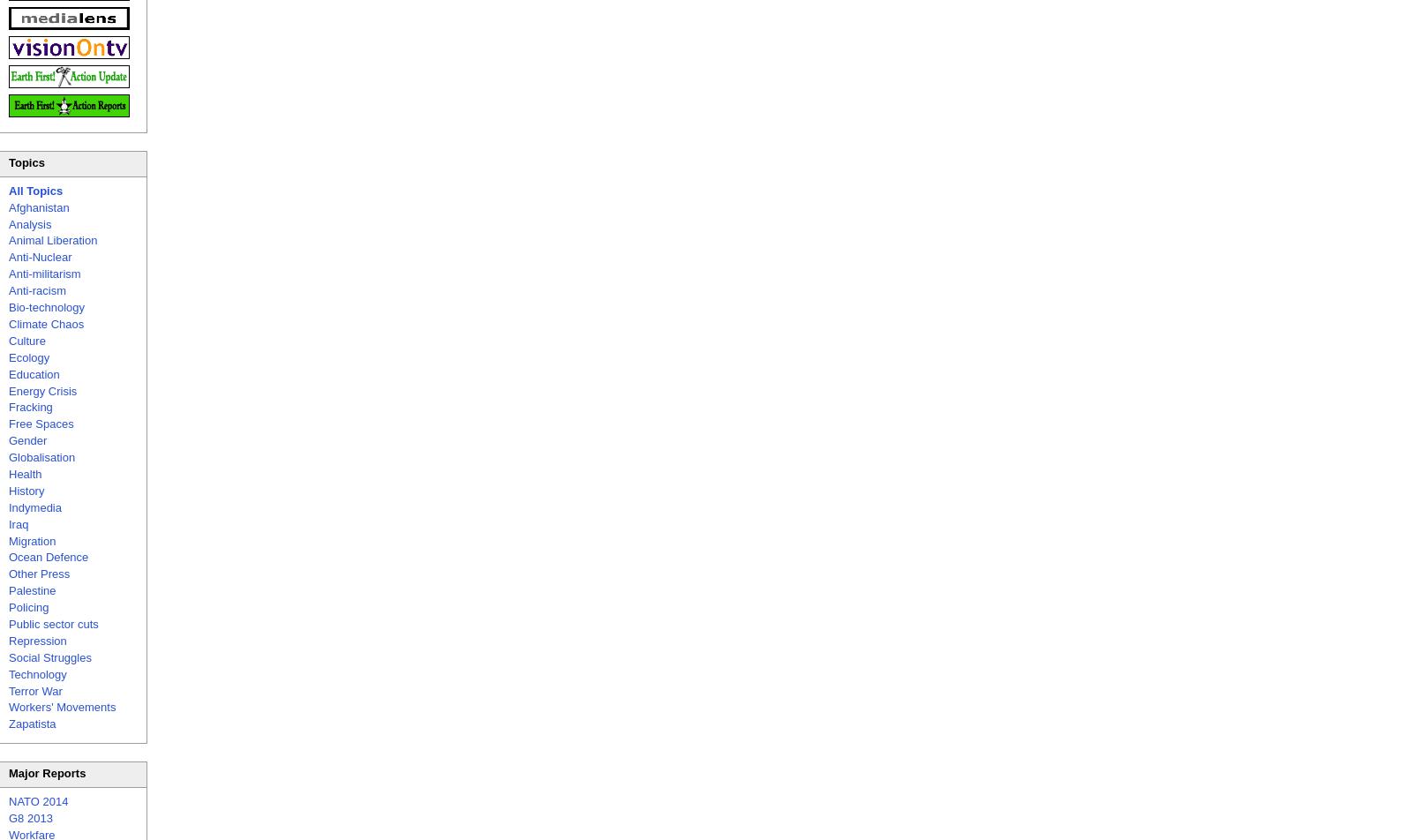 The height and width of the screenshot is (840, 1412). What do you see at coordinates (52, 623) in the screenshot?
I see `'Public sector cuts'` at bounding box center [52, 623].